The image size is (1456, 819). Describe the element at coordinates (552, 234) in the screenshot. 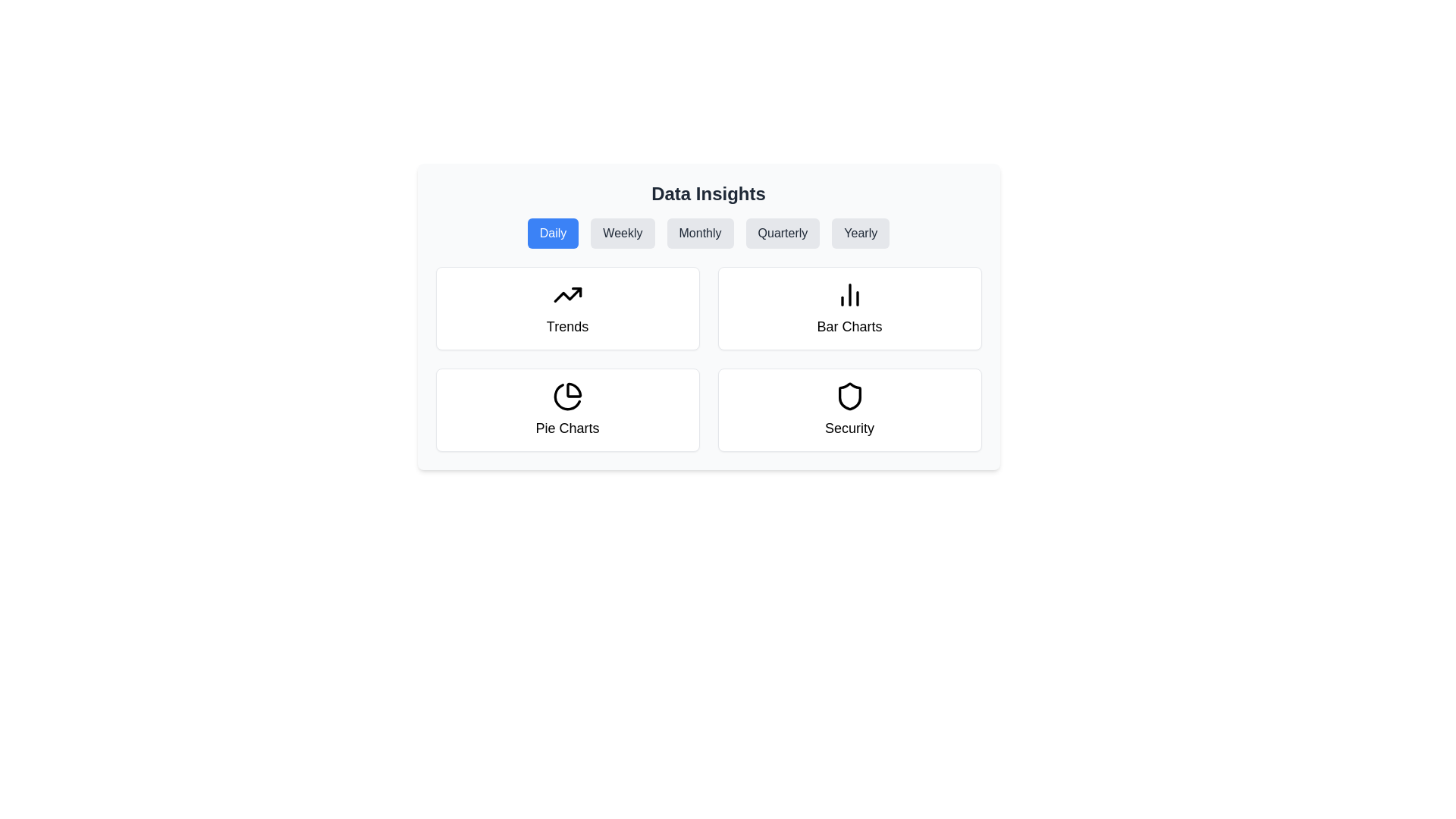

I see `the 'Daily' button` at that location.